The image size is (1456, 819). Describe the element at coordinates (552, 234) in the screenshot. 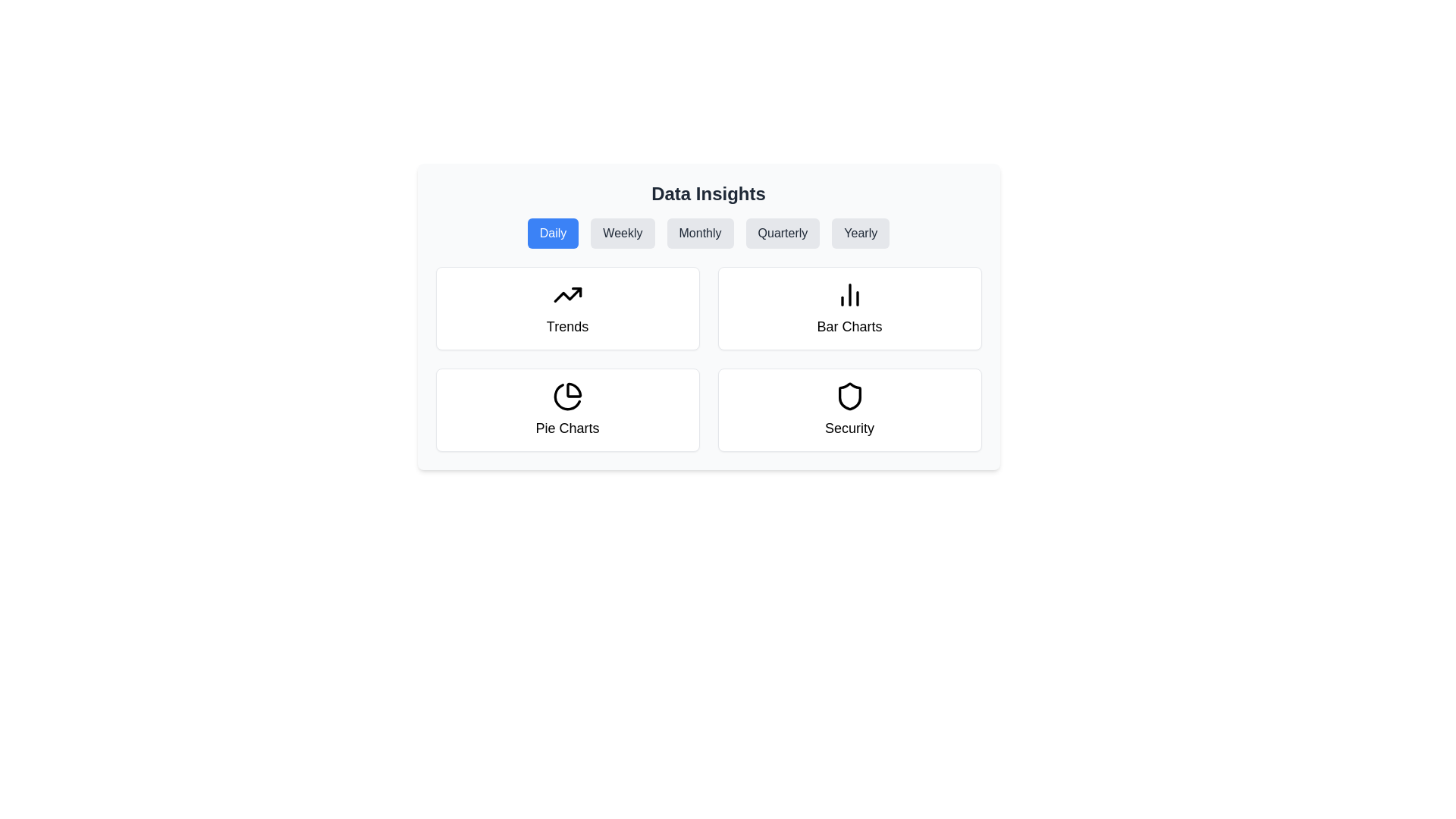

I see `the 'Daily' button` at that location.